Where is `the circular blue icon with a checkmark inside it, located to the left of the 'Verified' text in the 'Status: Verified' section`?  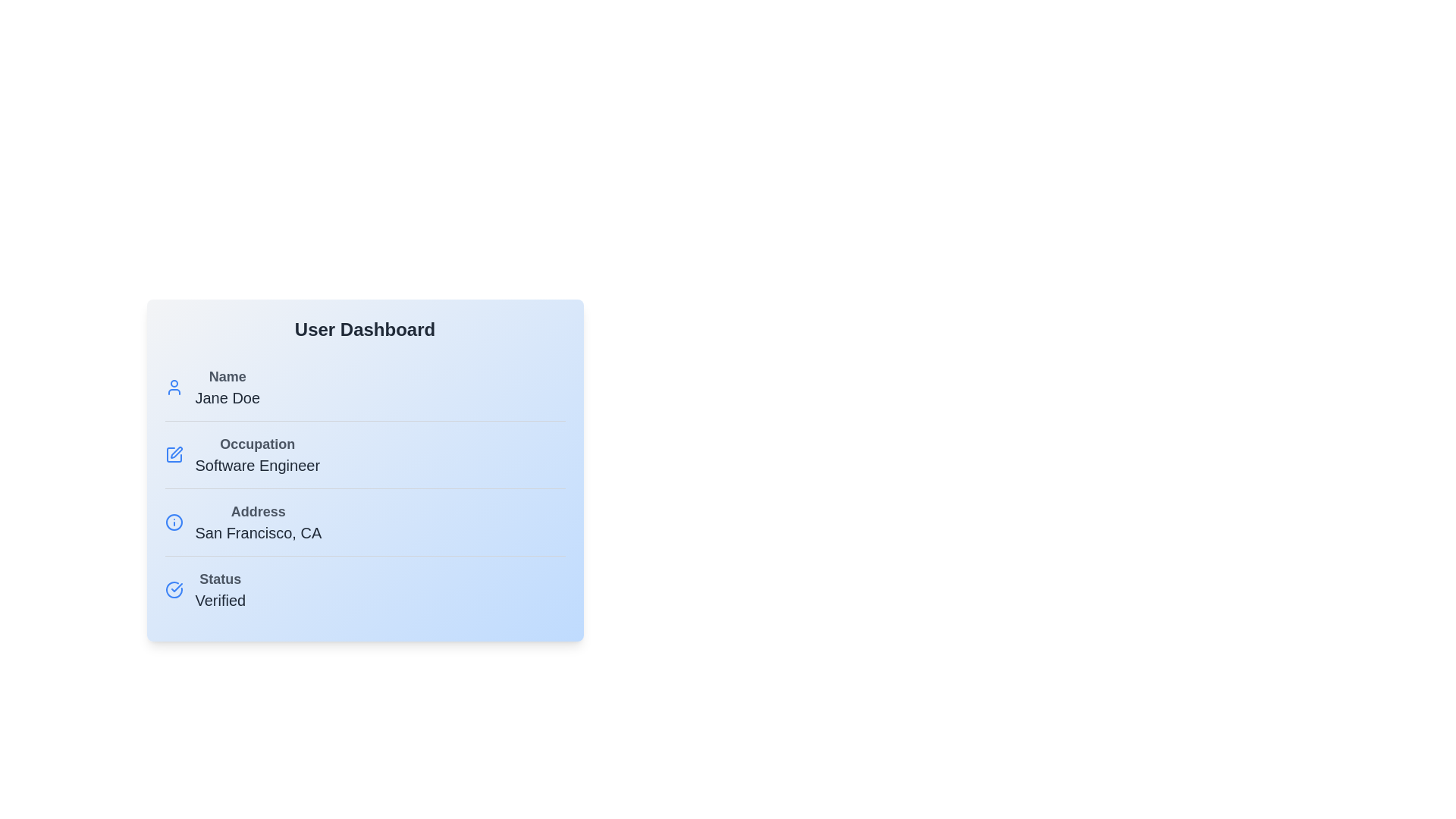 the circular blue icon with a checkmark inside it, located to the left of the 'Verified' text in the 'Status: Verified' section is located at coordinates (174, 589).